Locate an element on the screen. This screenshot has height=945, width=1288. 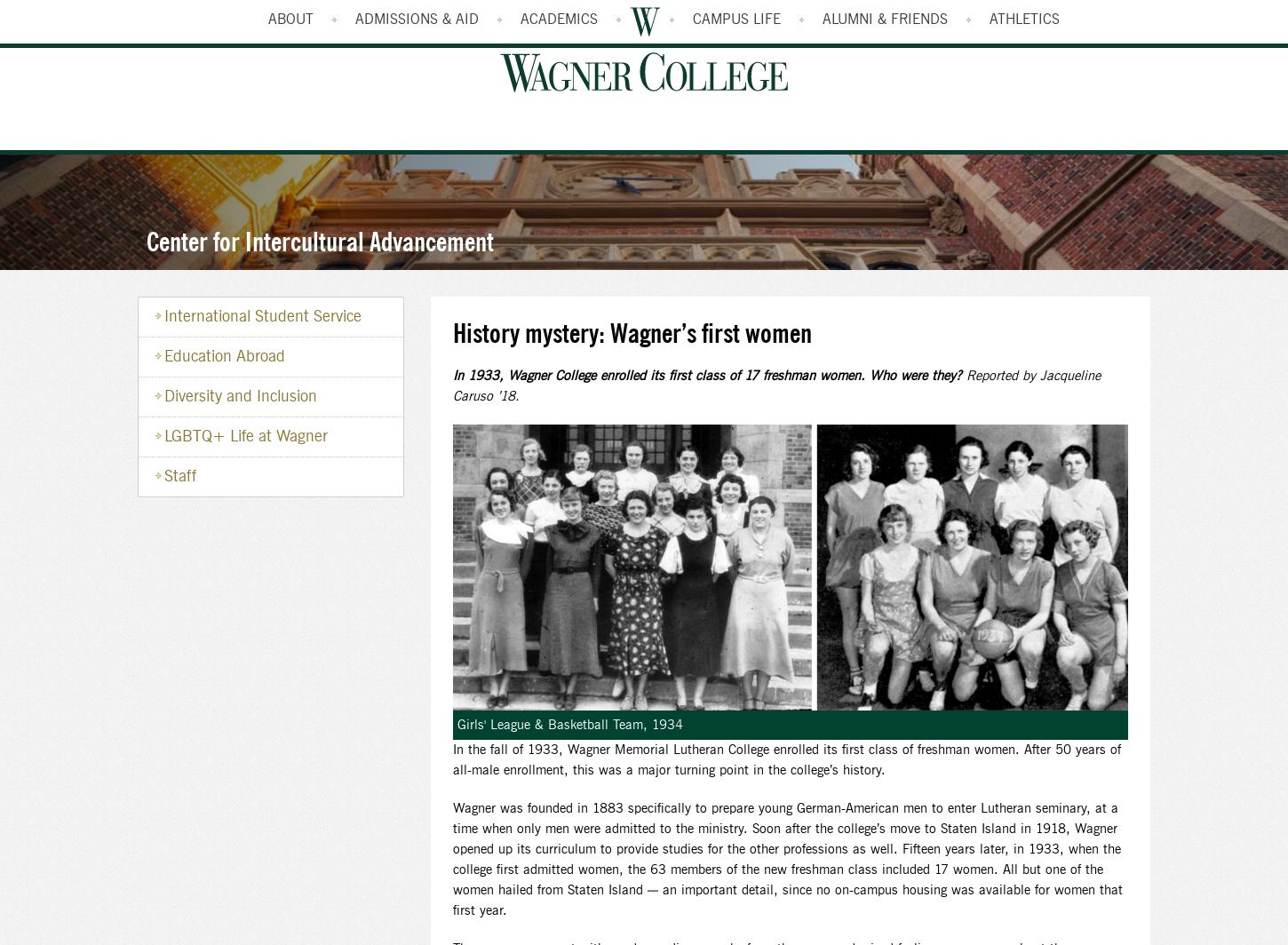
'History mystery: Wagner’s first women' is located at coordinates (631, 334).